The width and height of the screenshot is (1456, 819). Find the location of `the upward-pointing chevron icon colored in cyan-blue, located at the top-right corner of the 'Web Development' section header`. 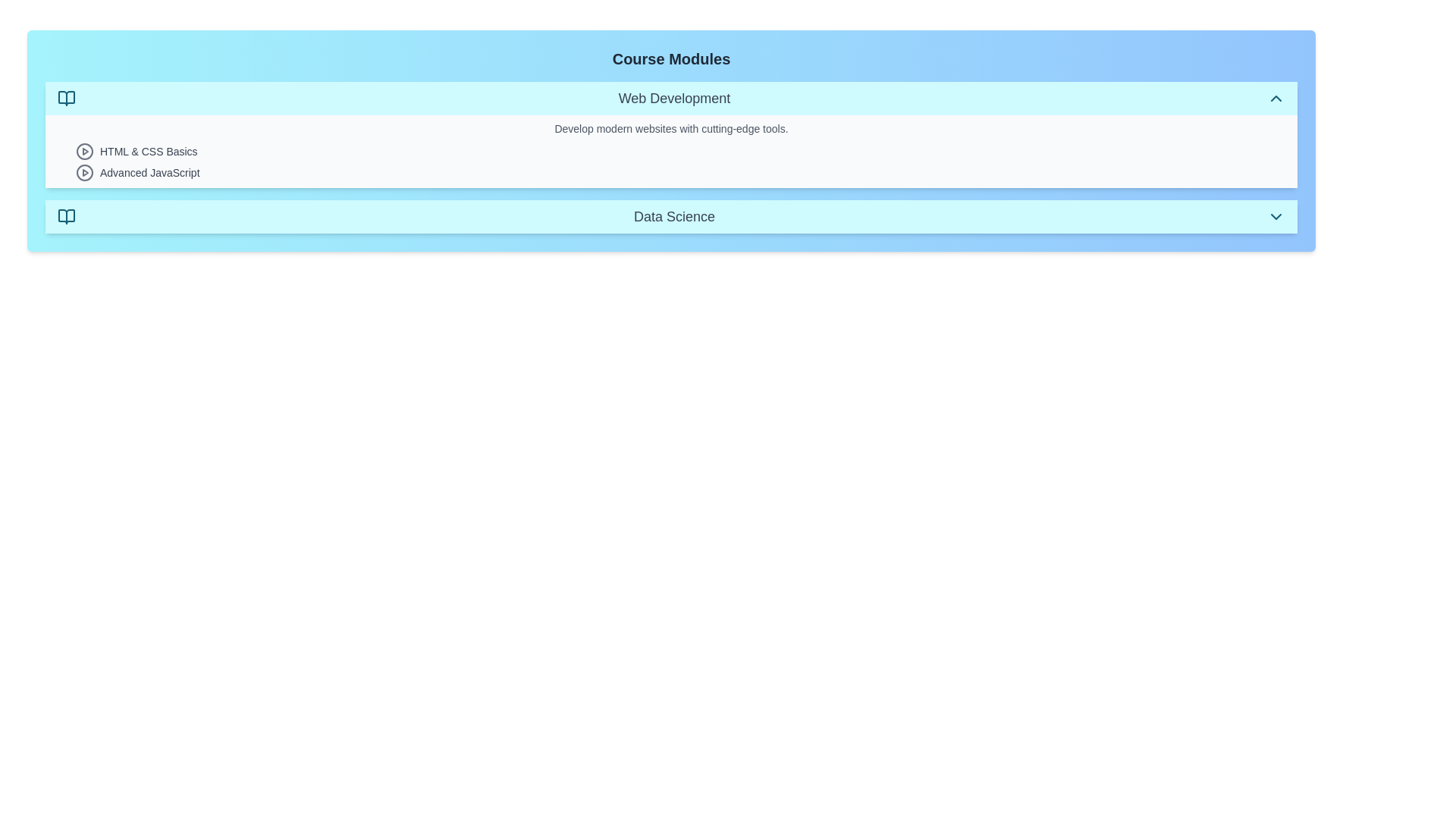

the upward-pointing chevron icon colored in cyan-blue, located at the top-right corner of the 'Web Development' section header is located at coordinates (1276, 99).